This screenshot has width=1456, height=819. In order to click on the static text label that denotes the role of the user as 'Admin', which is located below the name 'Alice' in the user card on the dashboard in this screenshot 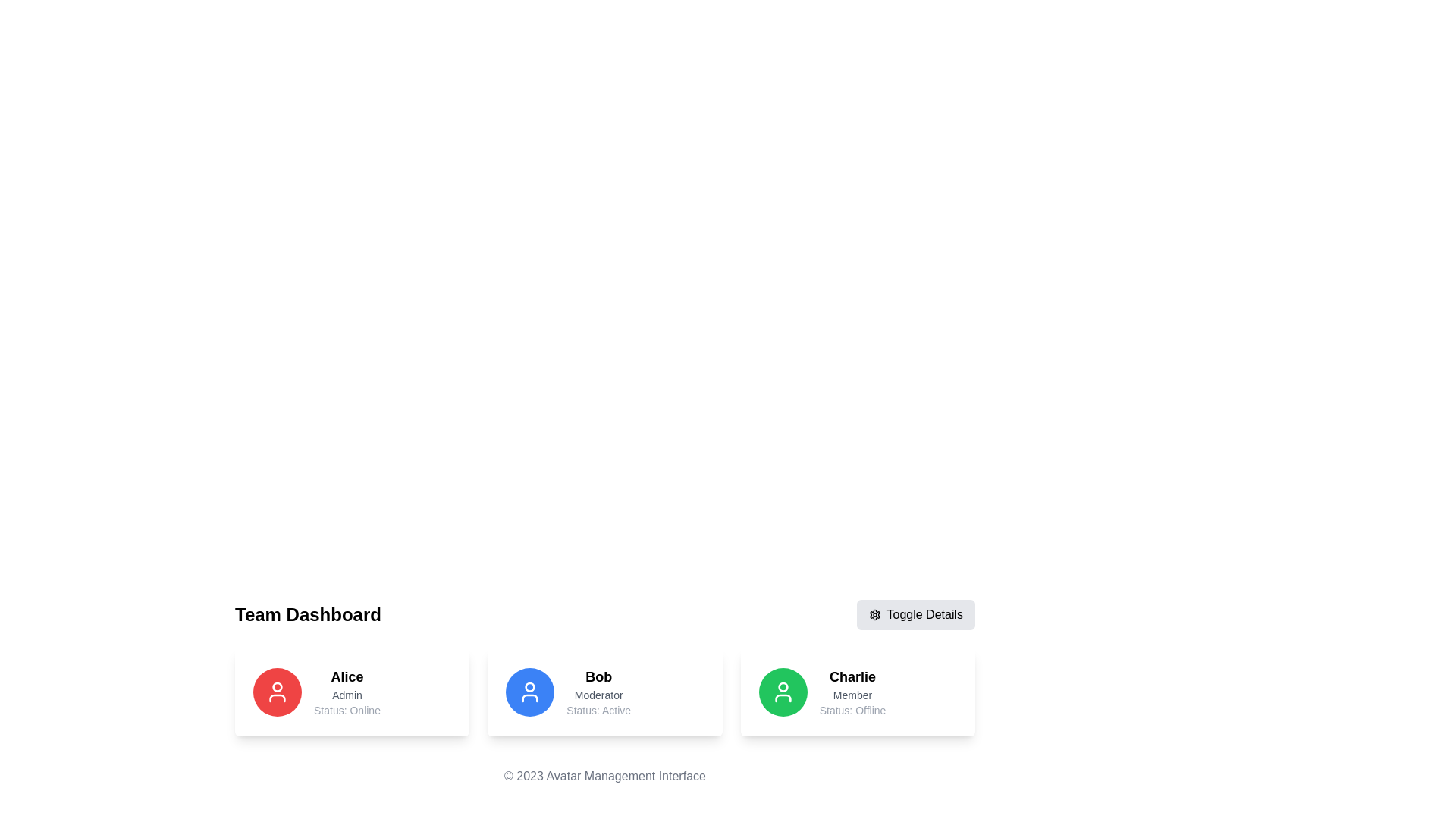, I will do `click(346, 695)`.